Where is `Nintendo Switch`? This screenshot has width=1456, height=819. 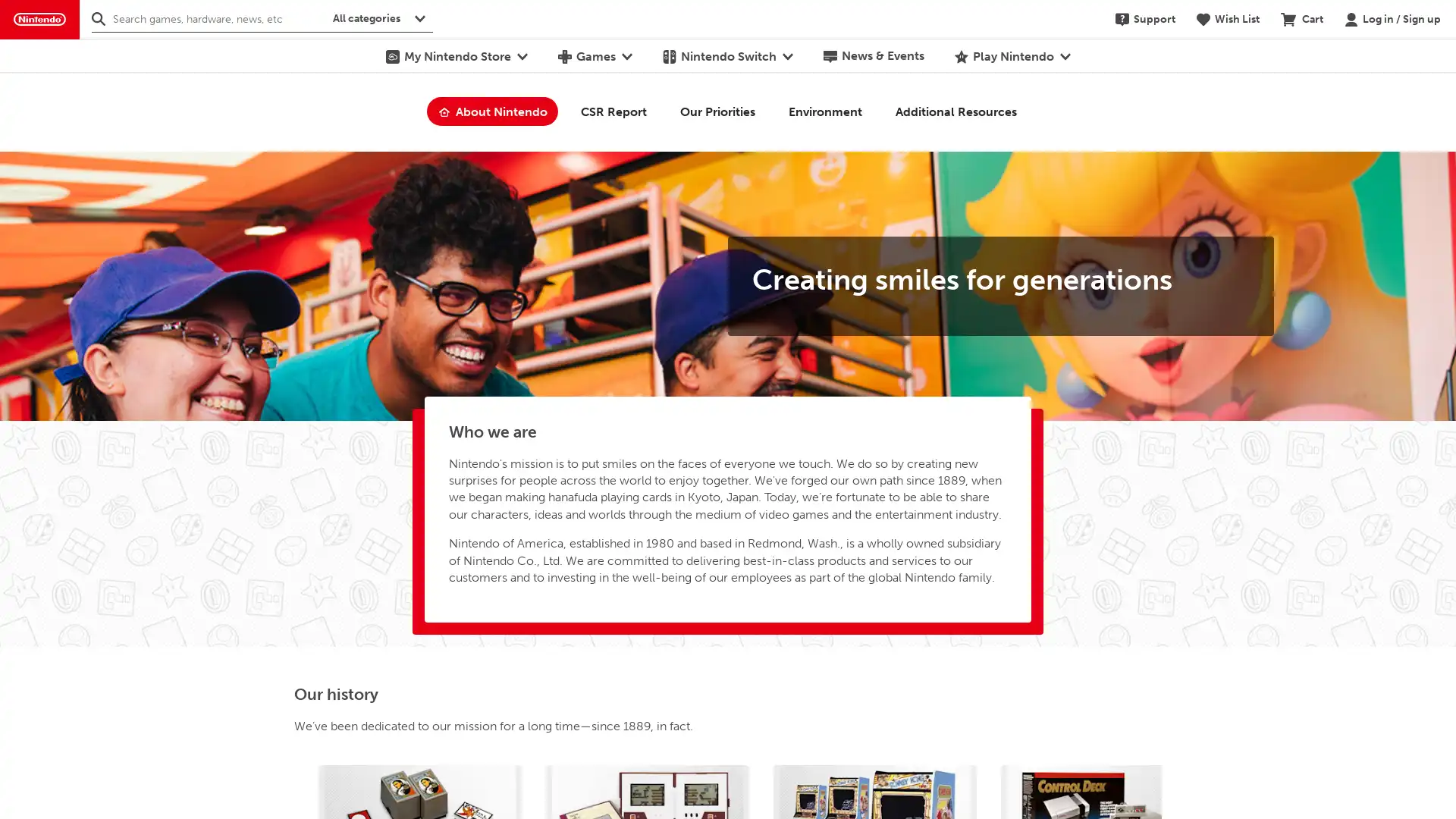
Nintendo Switch is located at coordinates (726, 55).